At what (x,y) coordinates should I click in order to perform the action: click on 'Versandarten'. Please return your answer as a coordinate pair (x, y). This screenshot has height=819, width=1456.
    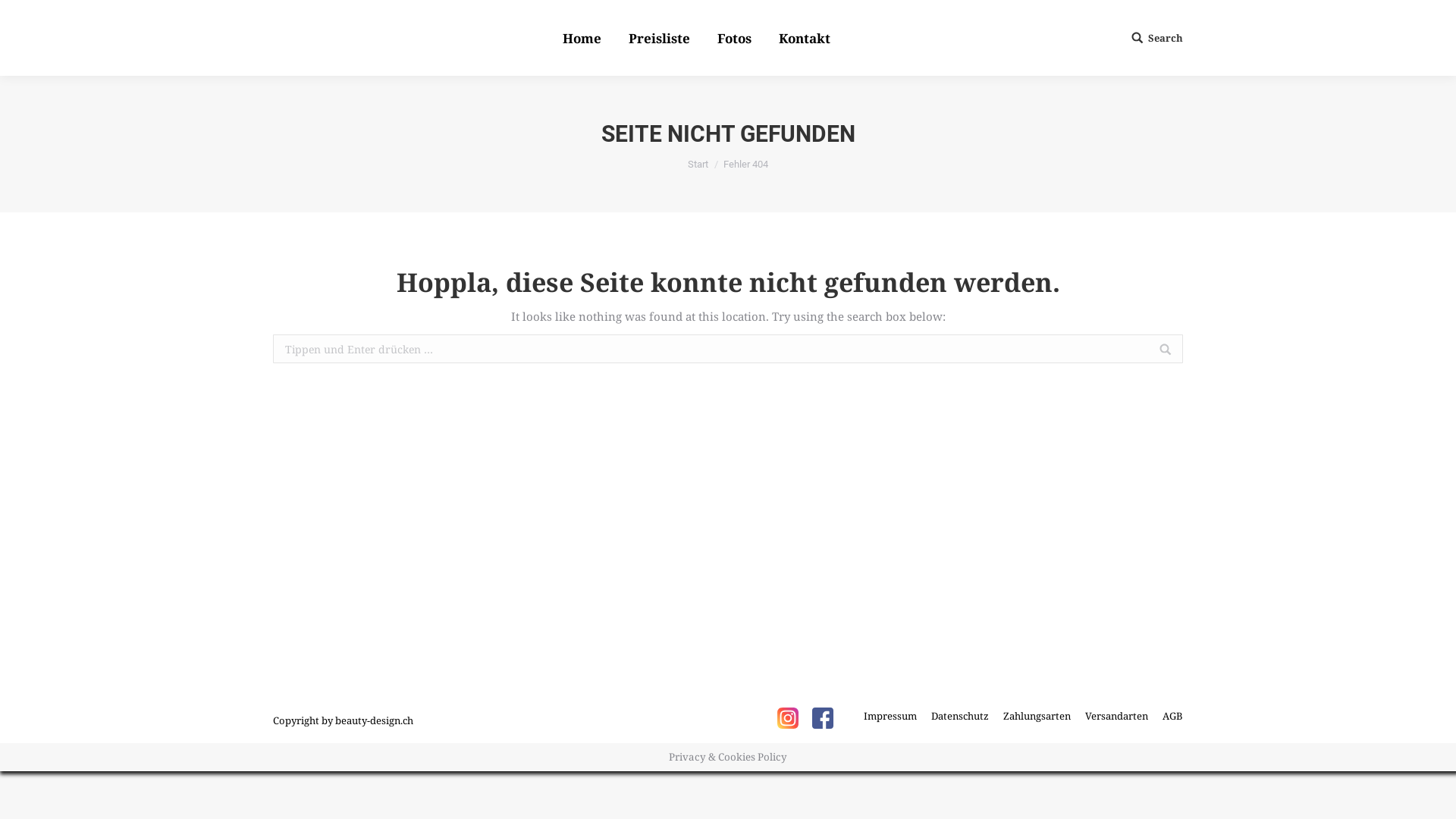
    Looking at the image, I should click on (1084, 716).